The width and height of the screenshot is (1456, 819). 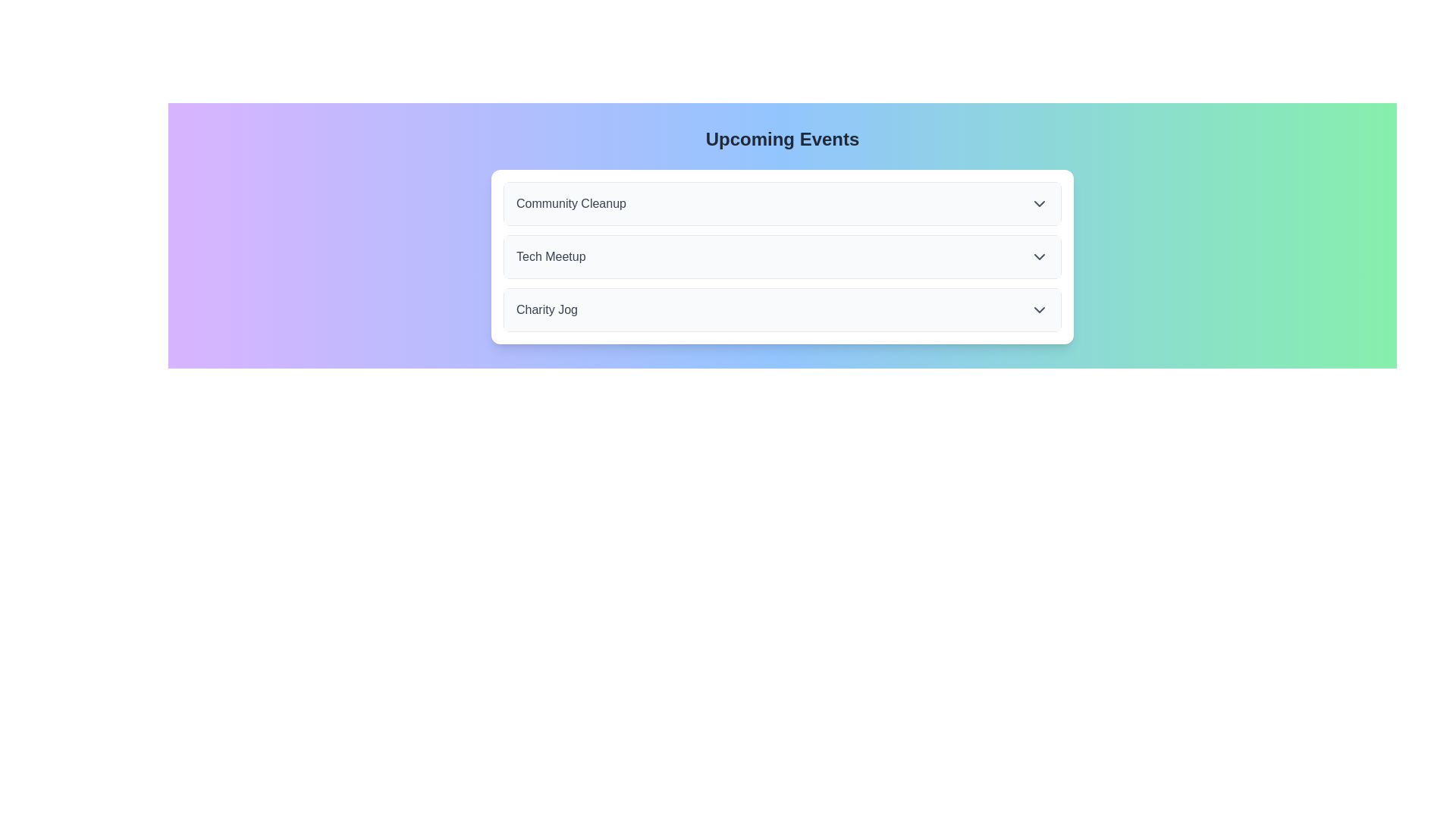 I want to click on the first item in the events list, which expands details about the 'Community Cleanup' event when clicked, so click(x=783, y=203).